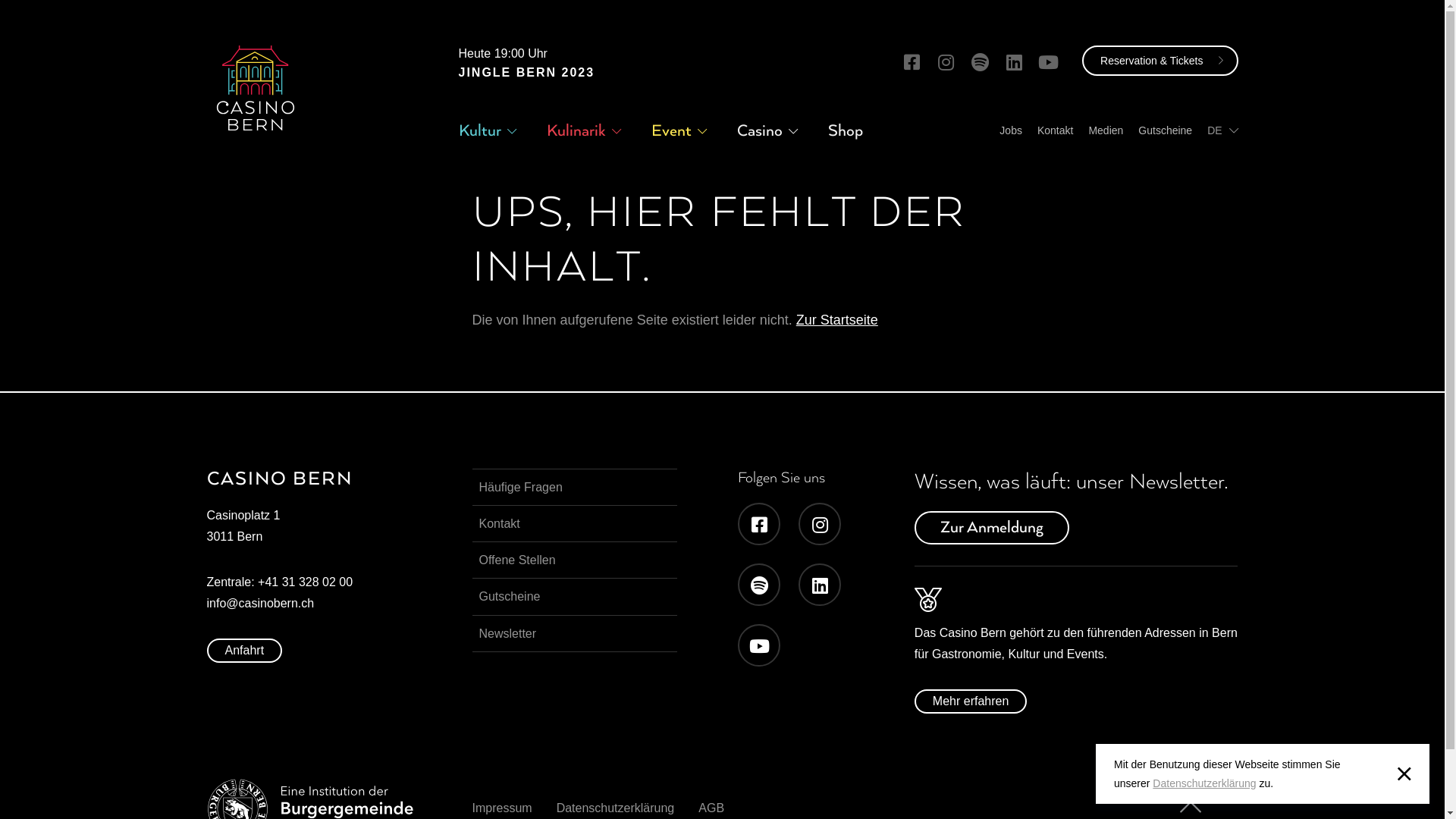 This screenshot has height=819, width=1456. Describe the element at coordinates (457, 72) in the screenshot. I see `'JINGLE BERN 2023'` at that location.